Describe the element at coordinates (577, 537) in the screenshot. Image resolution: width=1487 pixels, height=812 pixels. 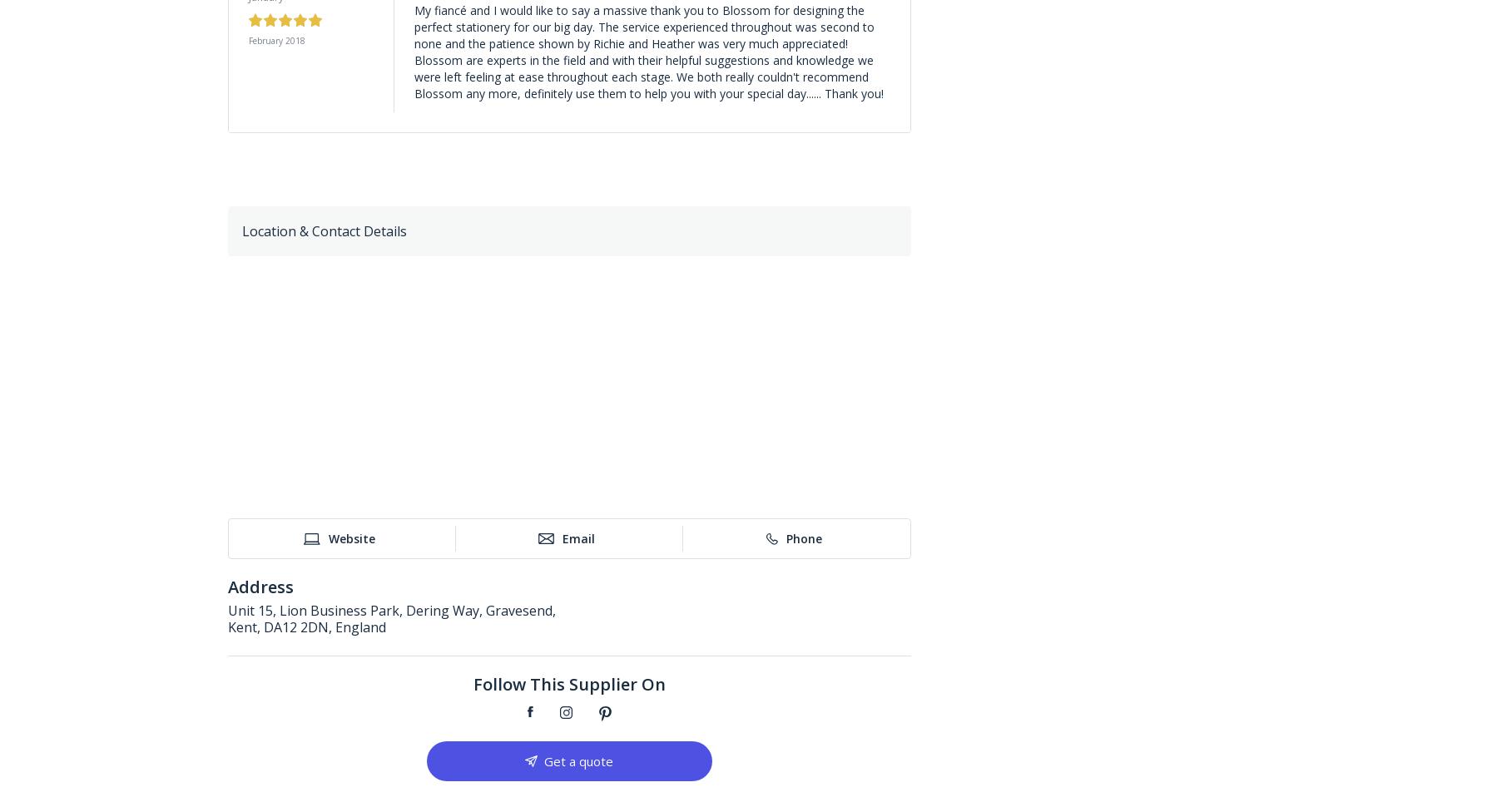
I see `'Email'` at that location.